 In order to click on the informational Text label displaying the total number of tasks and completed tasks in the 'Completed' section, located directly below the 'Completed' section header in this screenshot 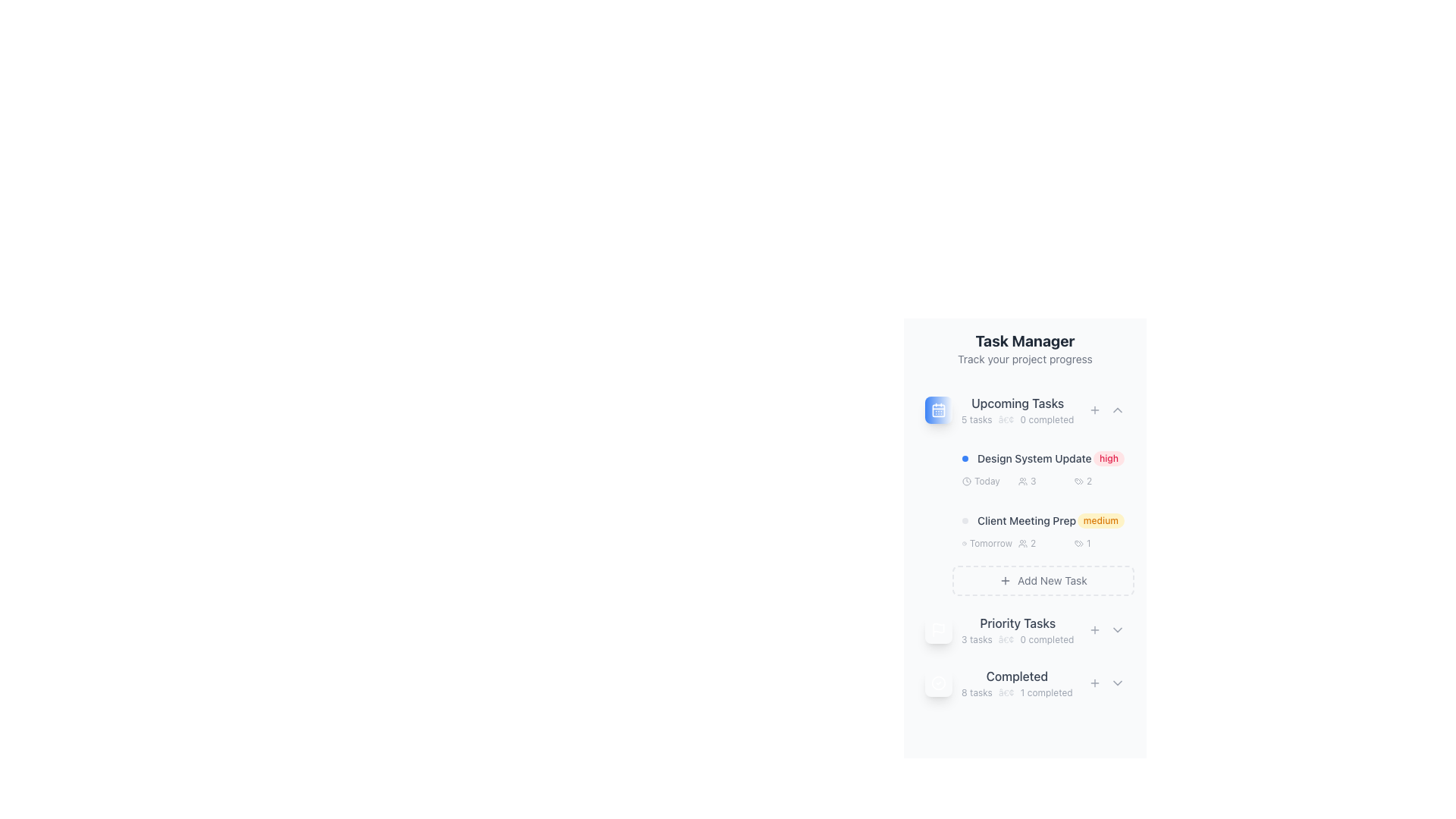, I will do `click(1017, 693)`.